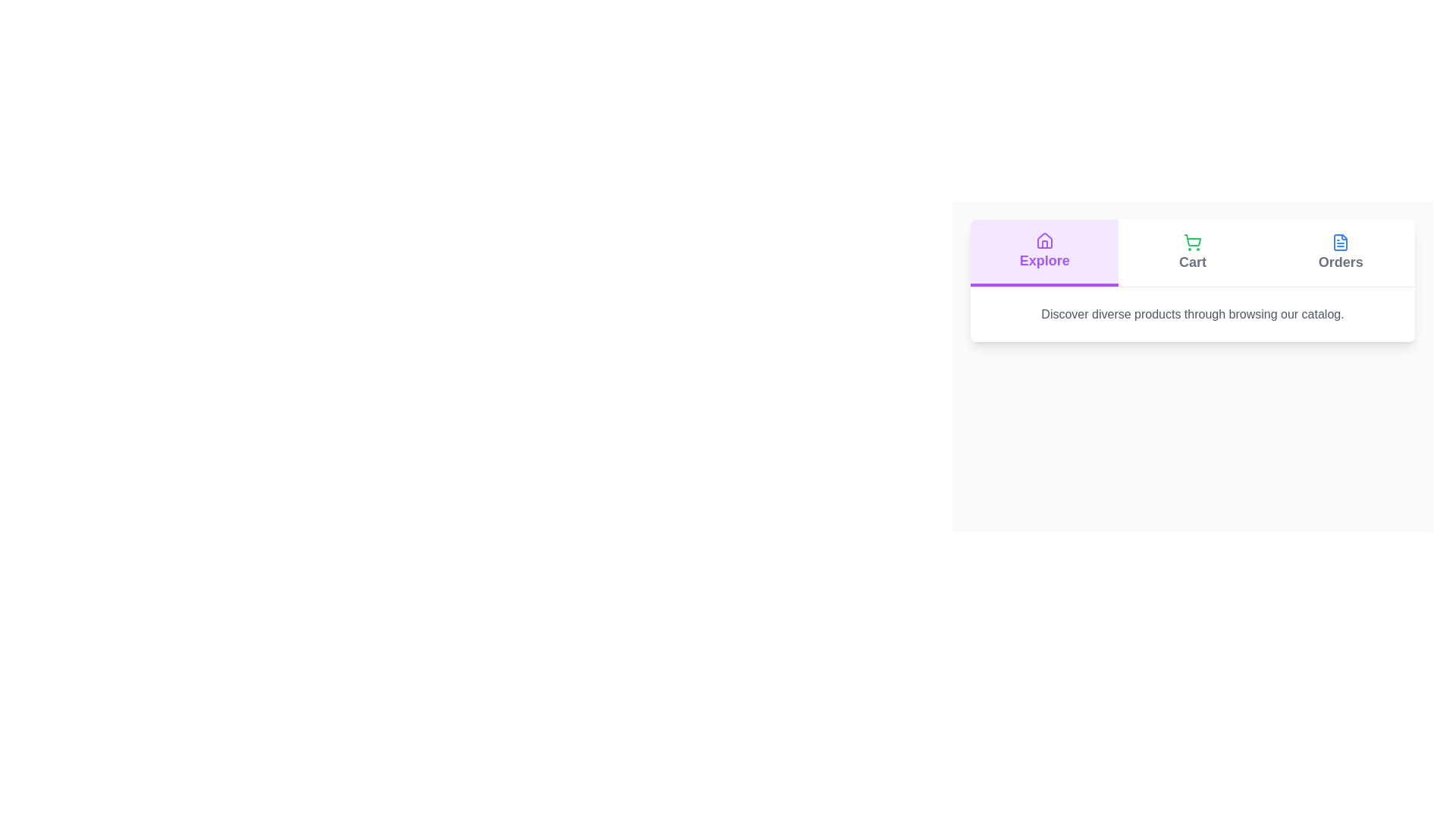 The image size is (1456, 819). Describe the element at coordinates (1340, 253) in the screenshot. I see `the 'Orders' tab to switch to the order history view` at that location.